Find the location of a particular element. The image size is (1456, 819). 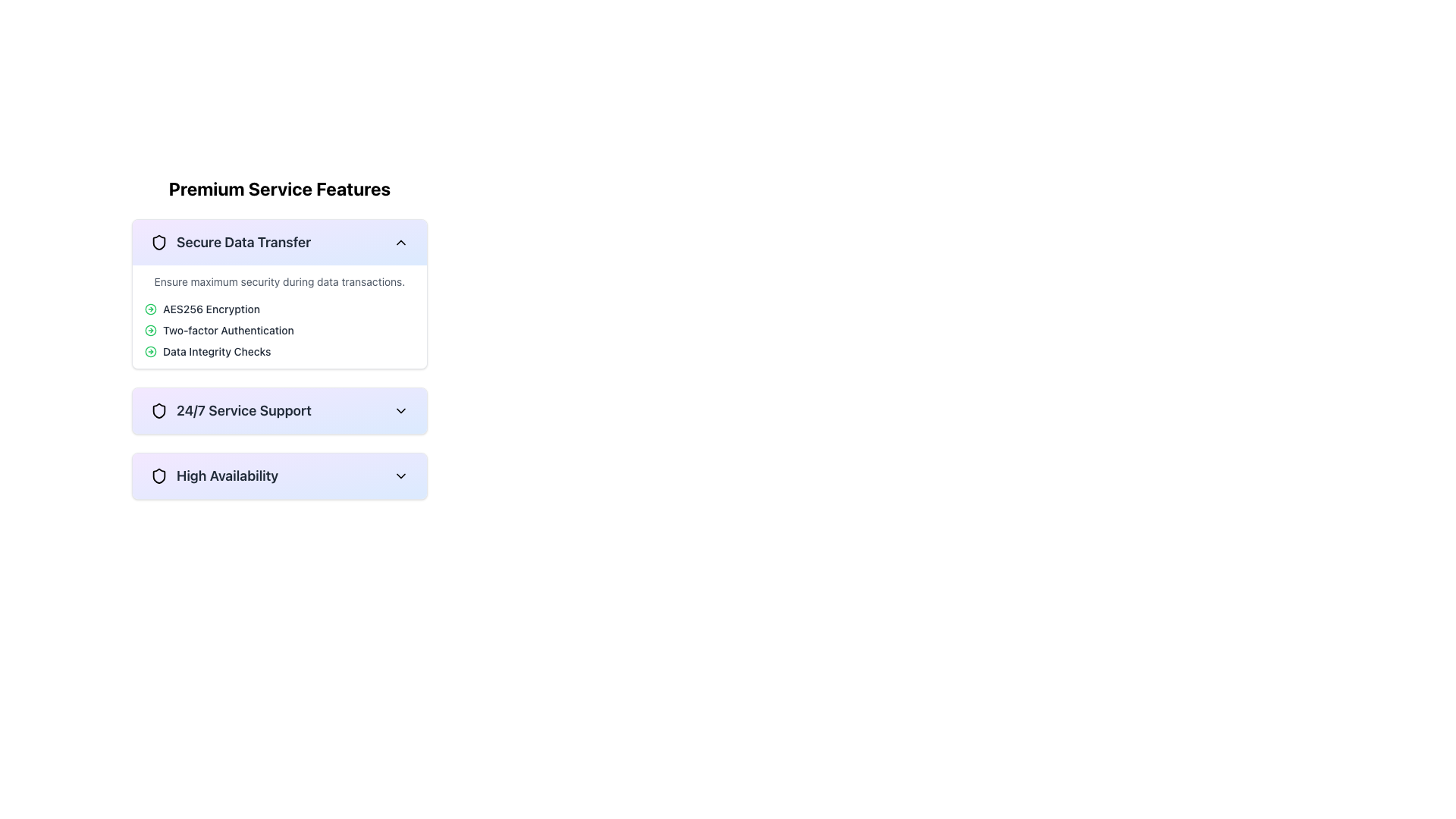

the shield-shaped icon located within the 'High Availability' section, positioned to the left of the title text is located at coordinates (159, 475).